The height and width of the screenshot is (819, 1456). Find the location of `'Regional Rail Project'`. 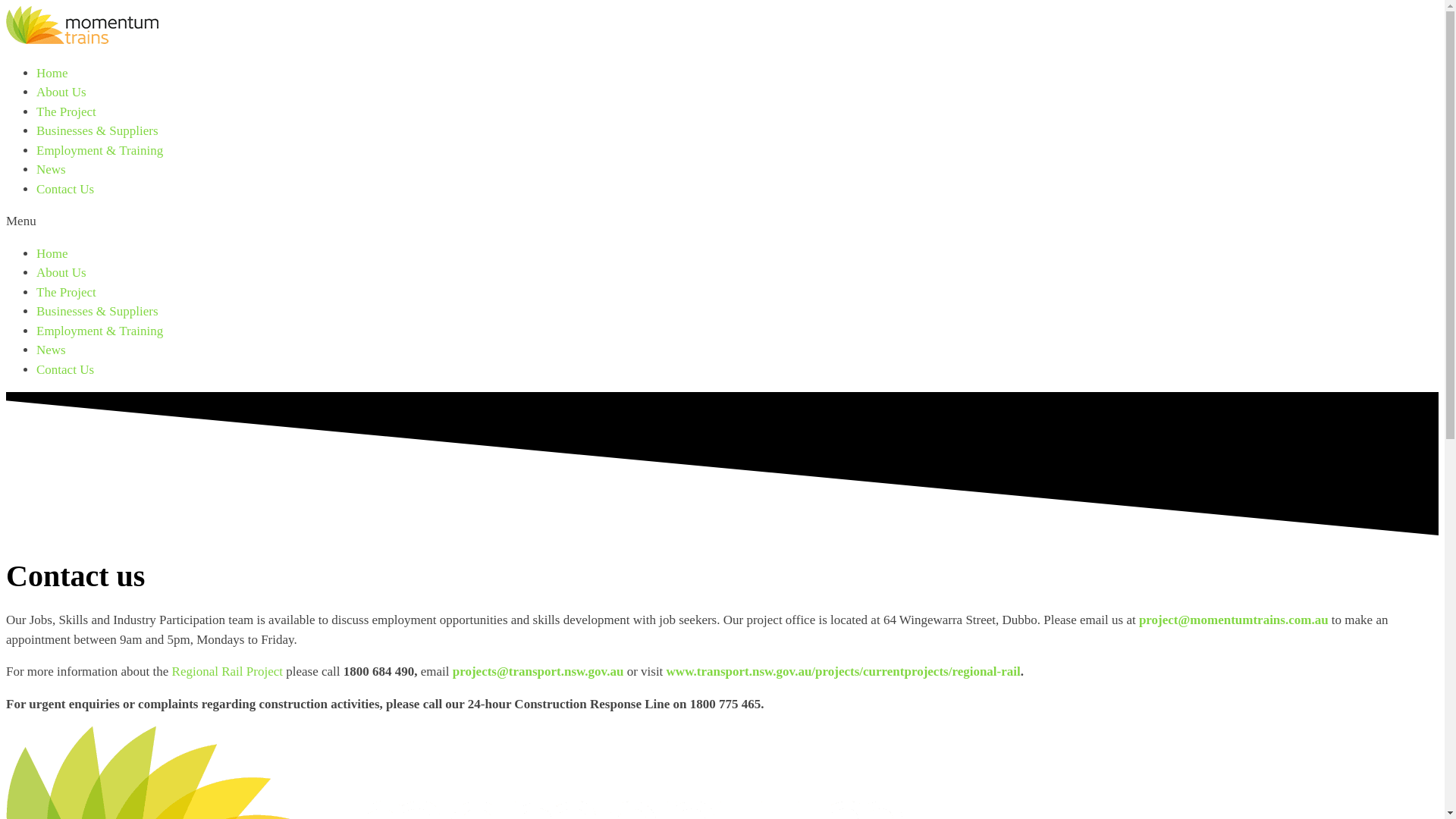

'Regional Rail Project' is located at coordinates (171, 670).